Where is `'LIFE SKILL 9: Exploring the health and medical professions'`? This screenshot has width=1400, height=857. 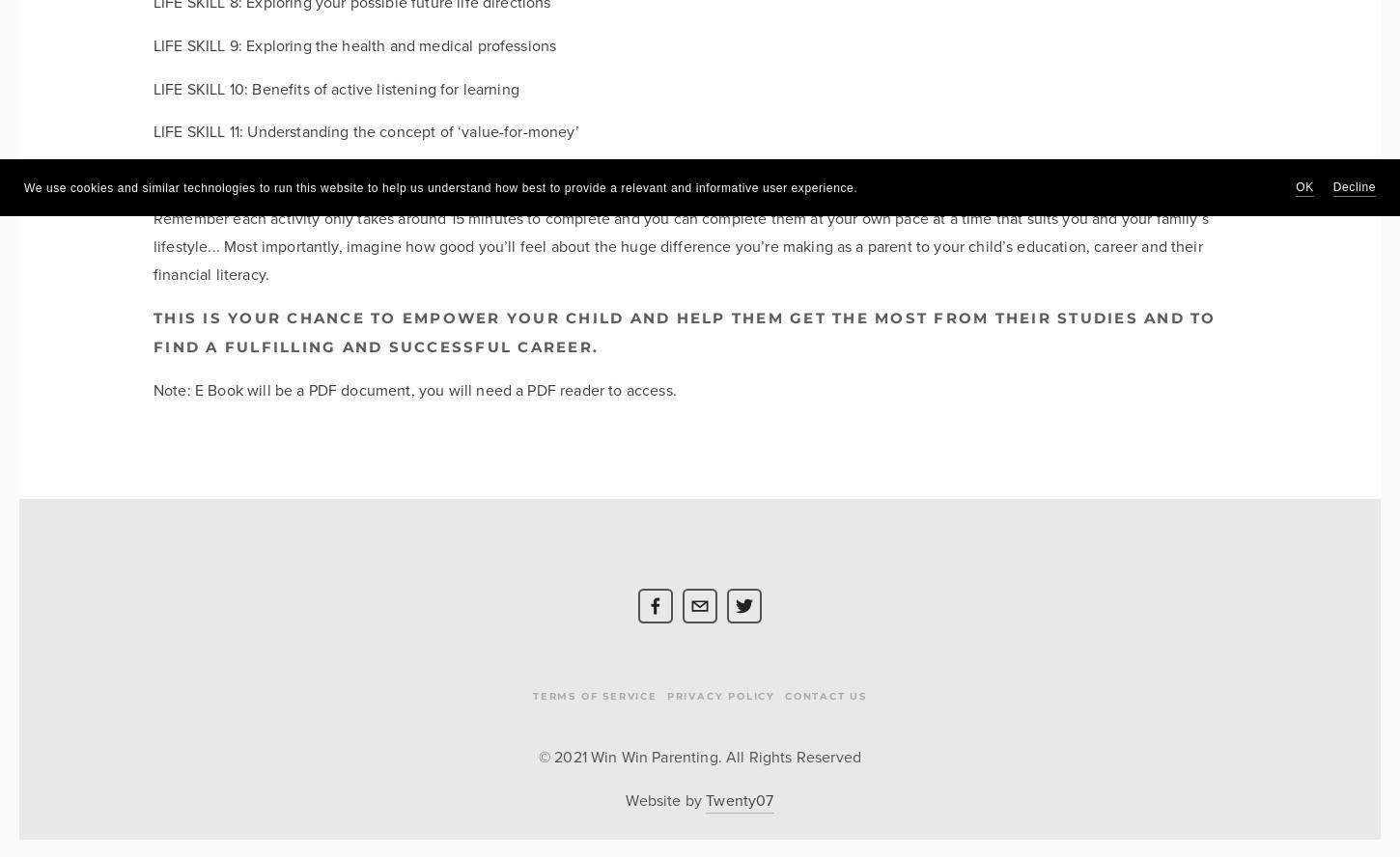
'LIFE SKILL 9: Exploring the health and medical professions' is located at coordinates (353, 44).